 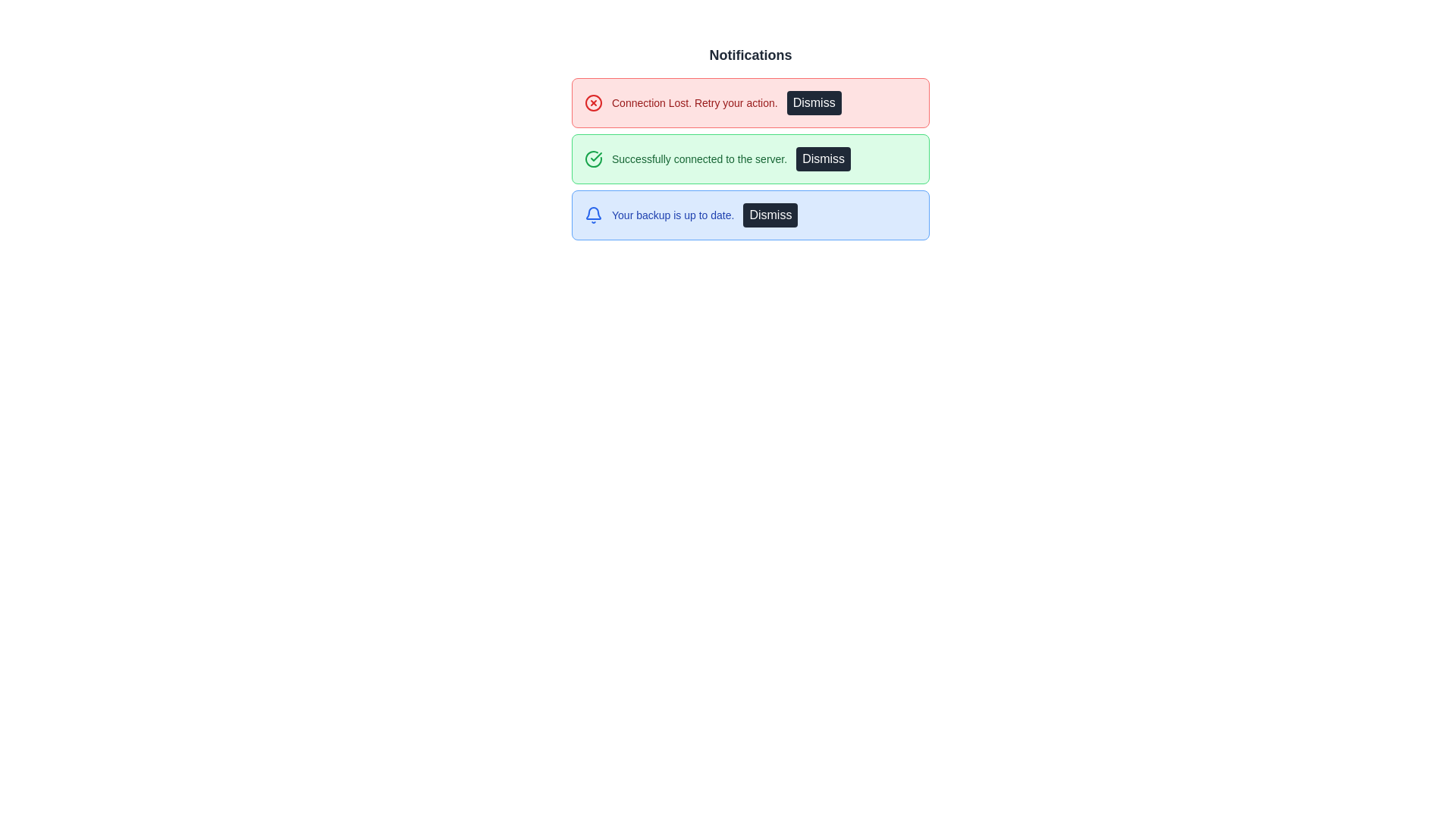 I want to click on the green checkmark icon indicating a successful status in the second notification block, located between the success message text and the Dismiss button, so click(x=595, y=157).